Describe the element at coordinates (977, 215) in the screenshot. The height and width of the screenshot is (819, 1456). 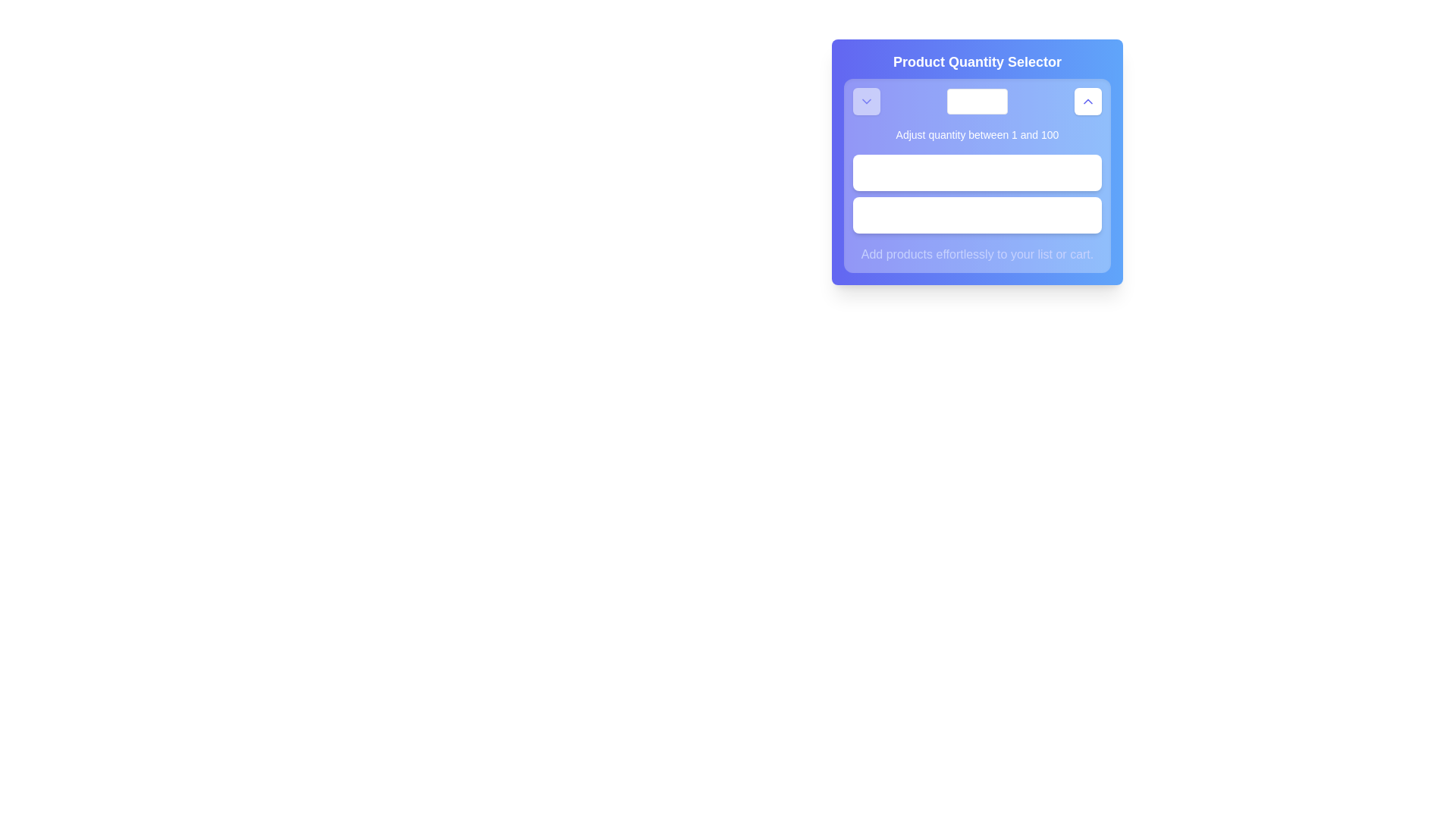
I see `the 'Add to Wishlist' button located below the 'Add to Cart' button` at that location.